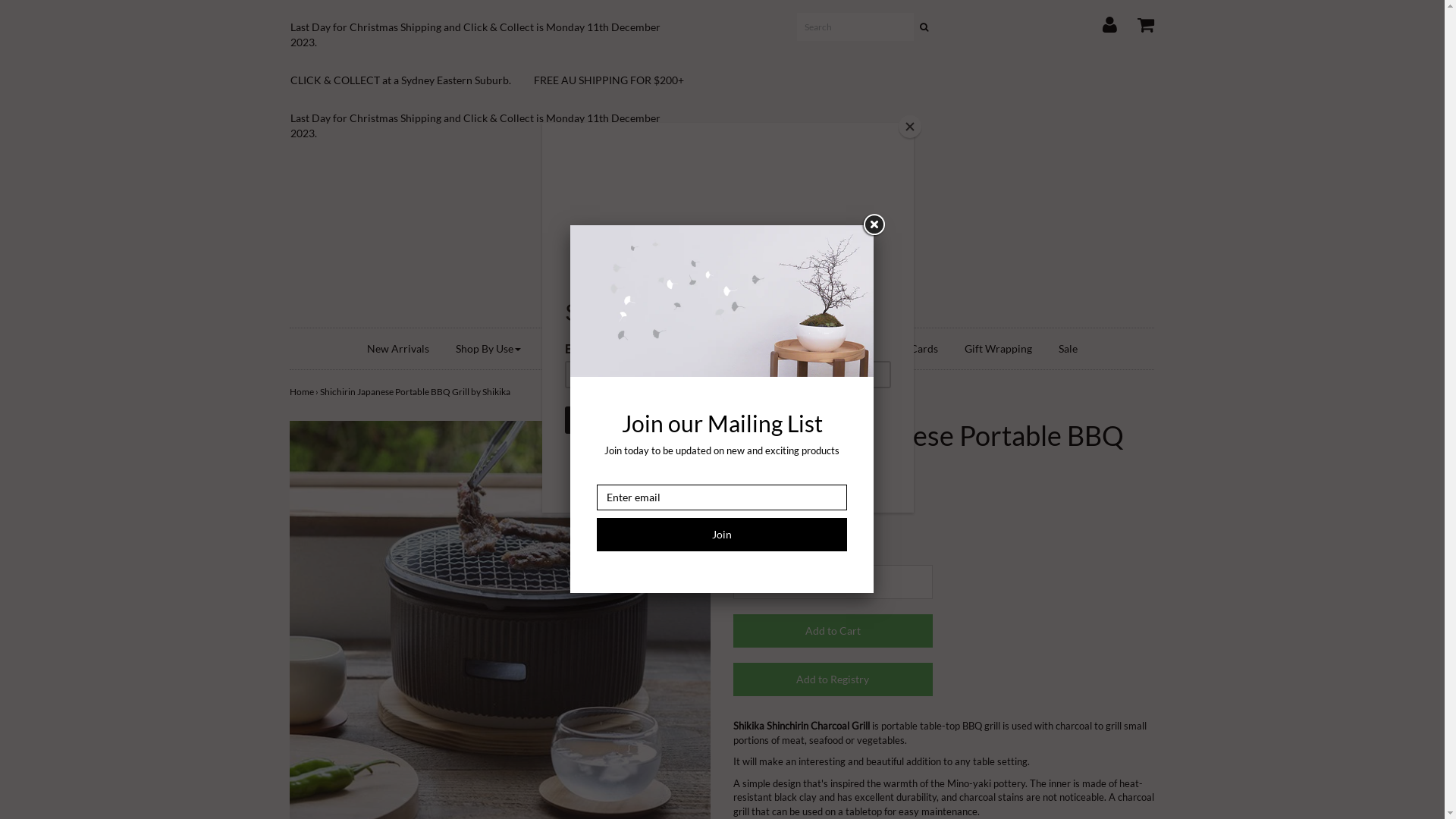  Describe the element at coordinates (412, 80) in the screenshot. I see `'CLICK & COLLECT at a Sydney Eastern Suburb.'` at that location.